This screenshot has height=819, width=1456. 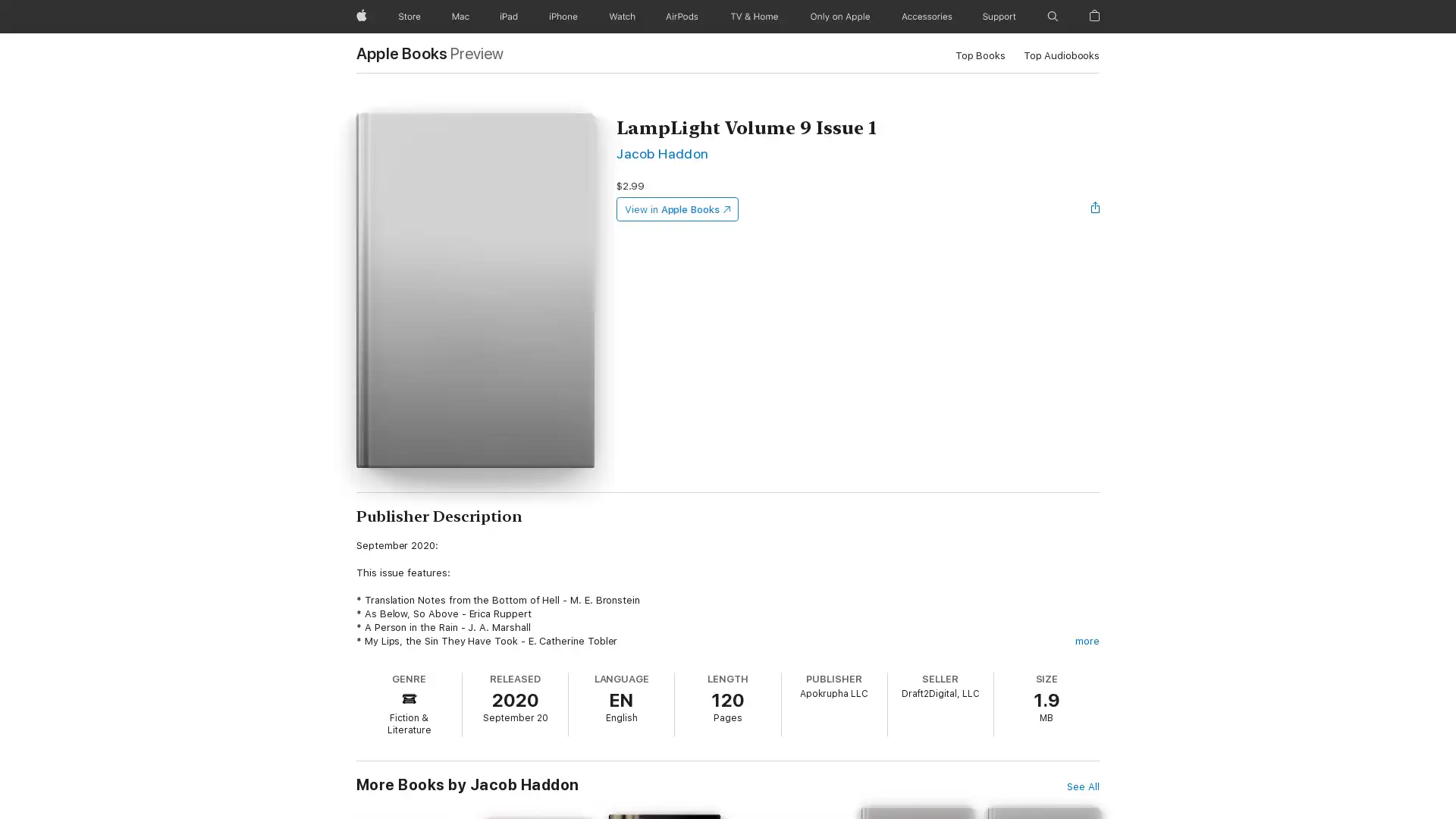 What do you see at coordinates (1087, 641) in the screenshot?
I see `more` at bounding box center [1087, 641].